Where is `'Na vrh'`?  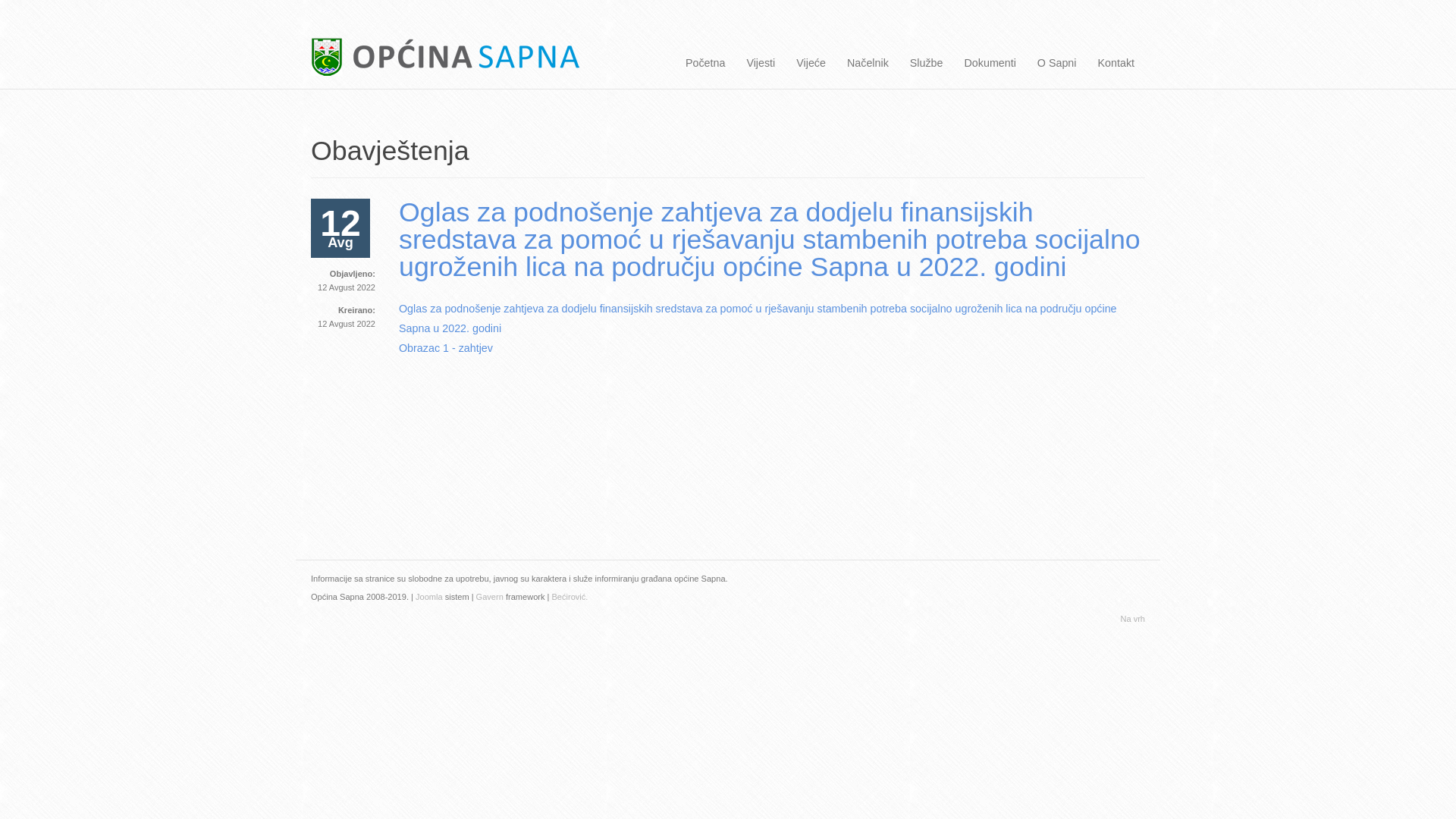 'Na vrh' is located at coordinates (1132, 619).